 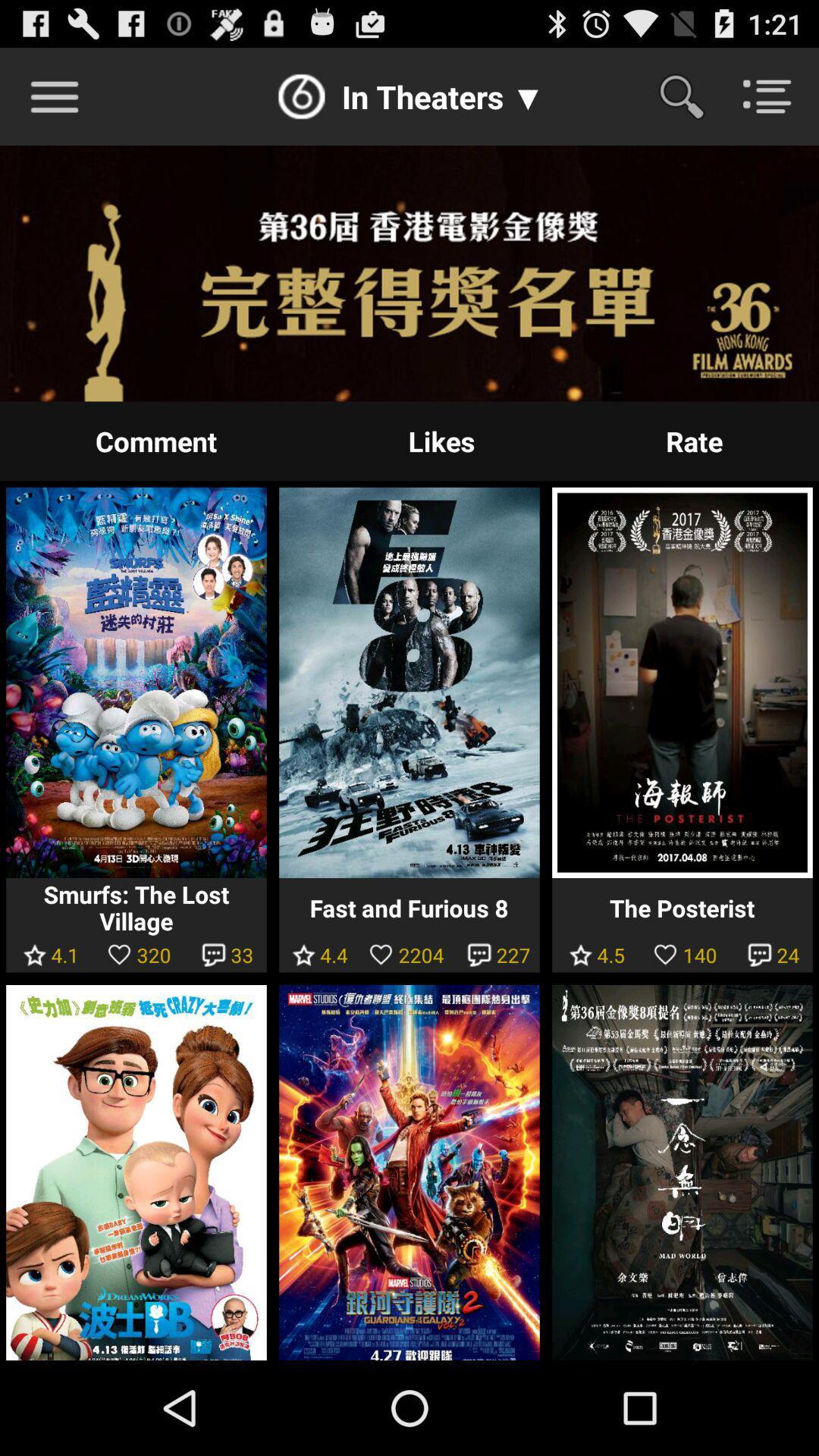 I want to click on more options button to the top left side, so click(x=55, y=96).